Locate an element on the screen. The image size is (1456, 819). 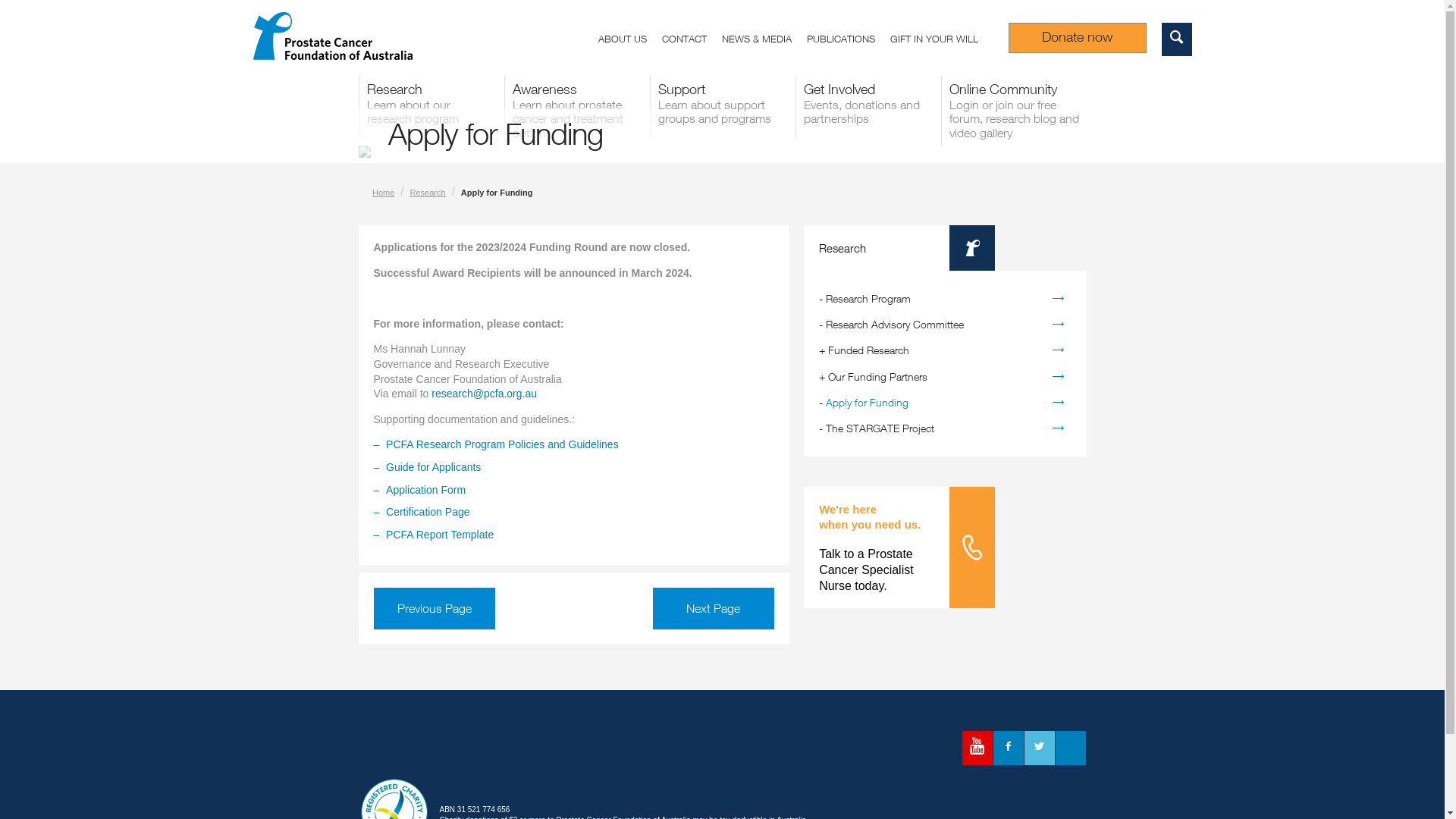
'Previous Page' is located at coordinates (372, 607).